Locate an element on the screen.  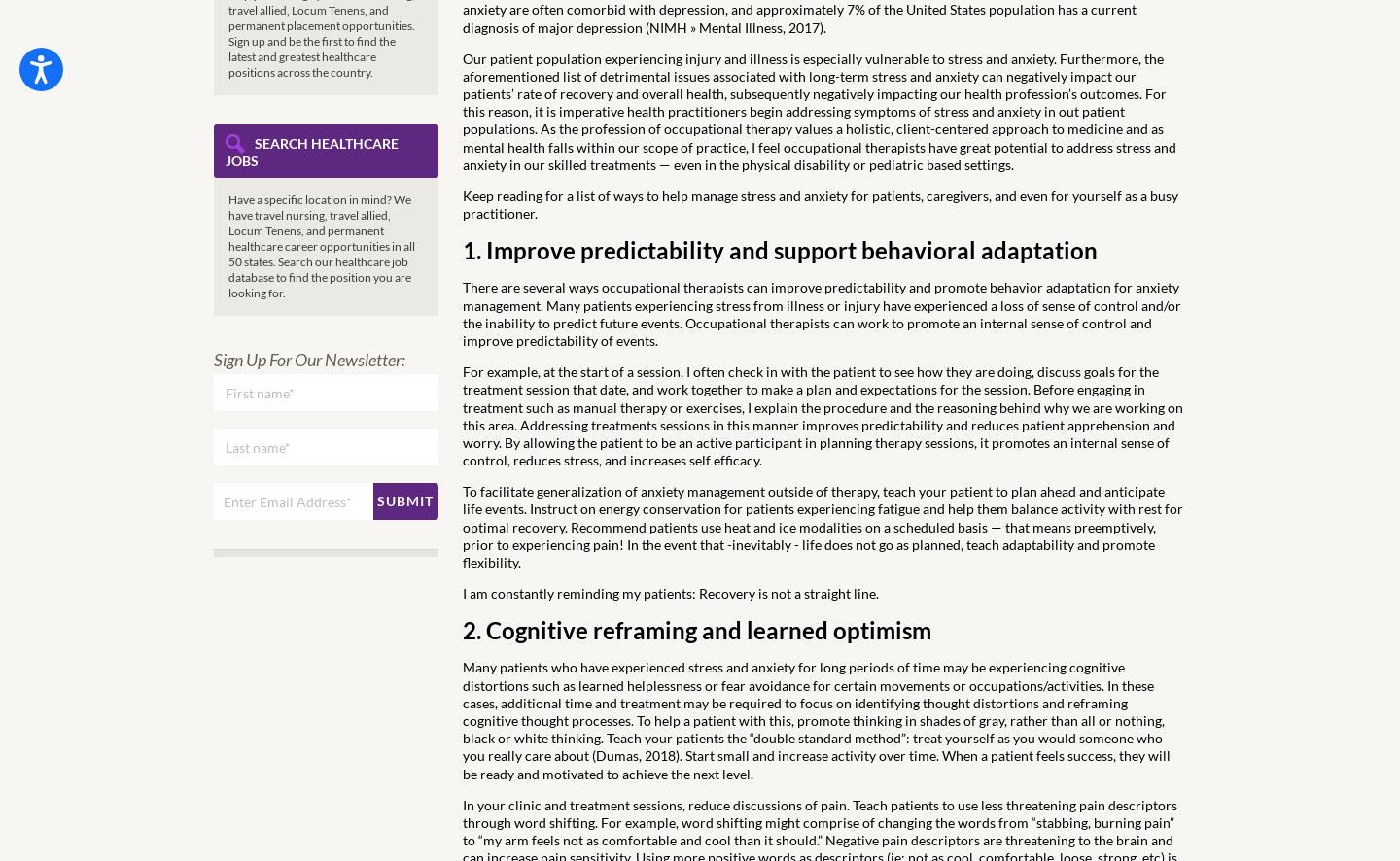
'Search Healthcare Jobs' is located at coordinates (311, 151).